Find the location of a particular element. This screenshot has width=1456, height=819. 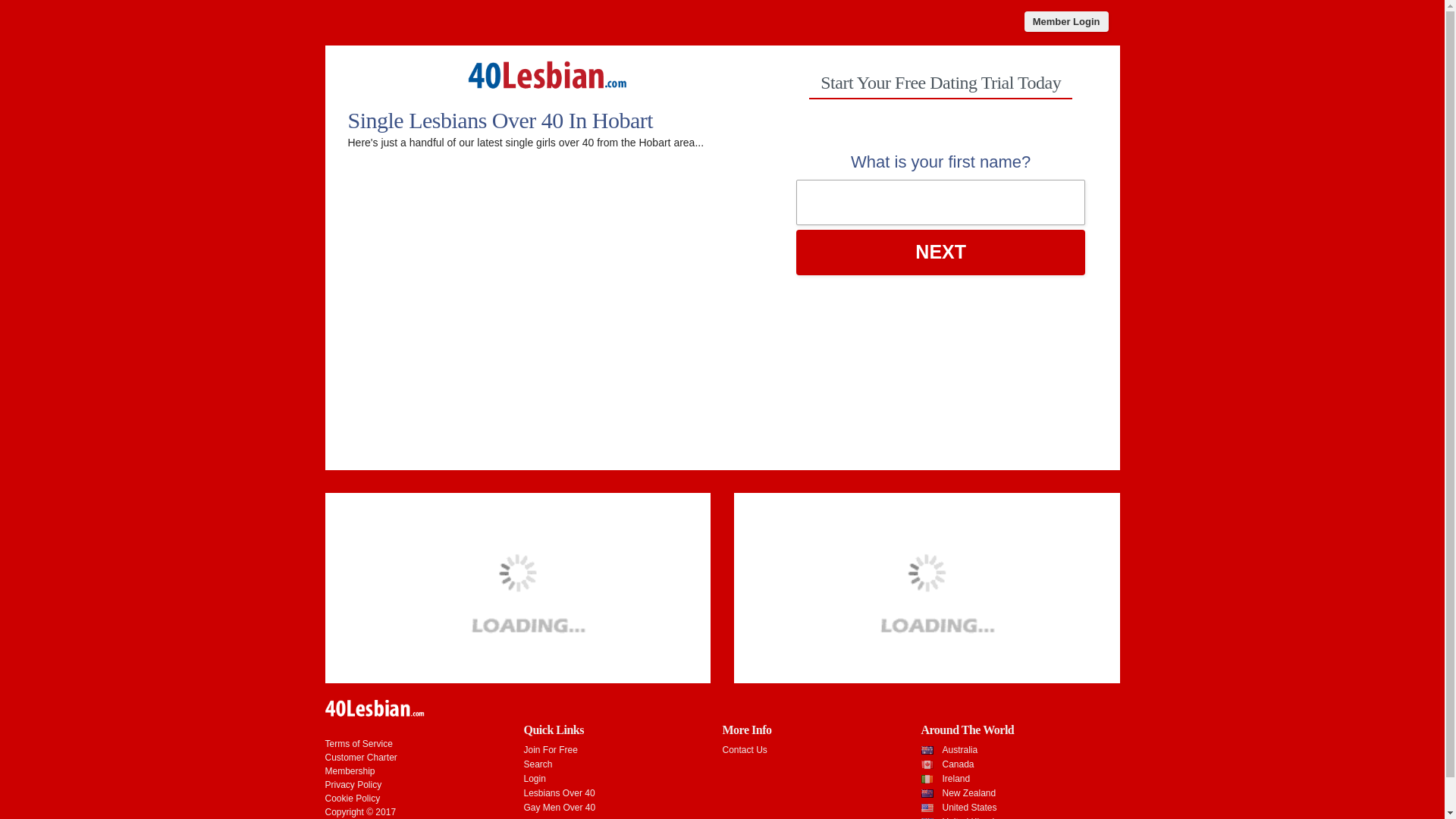

'Australia' is located at coordinates (959, 748).